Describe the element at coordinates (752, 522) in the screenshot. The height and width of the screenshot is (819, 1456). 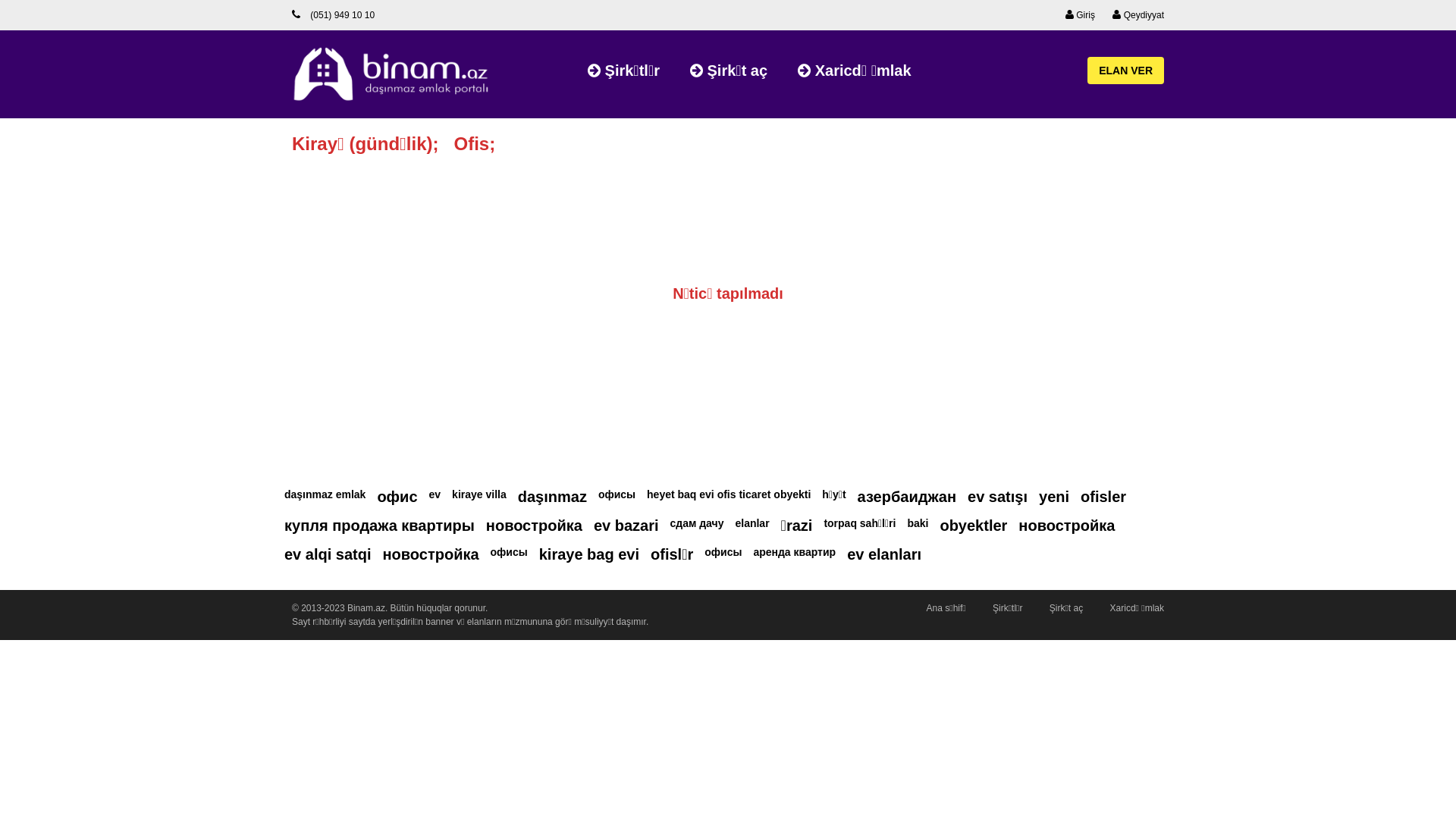
I see `'elanlar'` at that location.